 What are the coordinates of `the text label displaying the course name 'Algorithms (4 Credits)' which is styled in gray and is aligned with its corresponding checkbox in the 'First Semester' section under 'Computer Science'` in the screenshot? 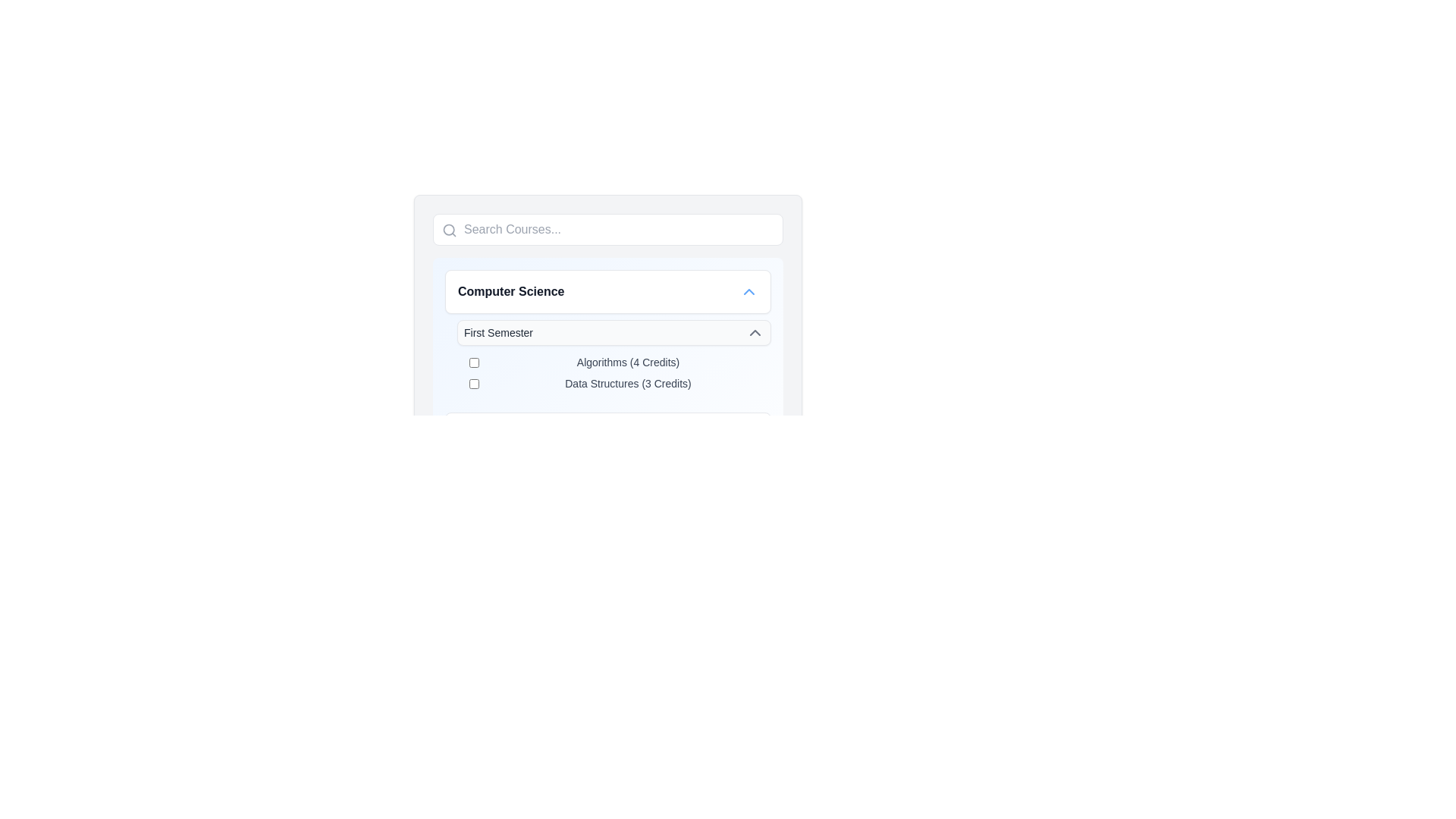 It's located at (628, 362).